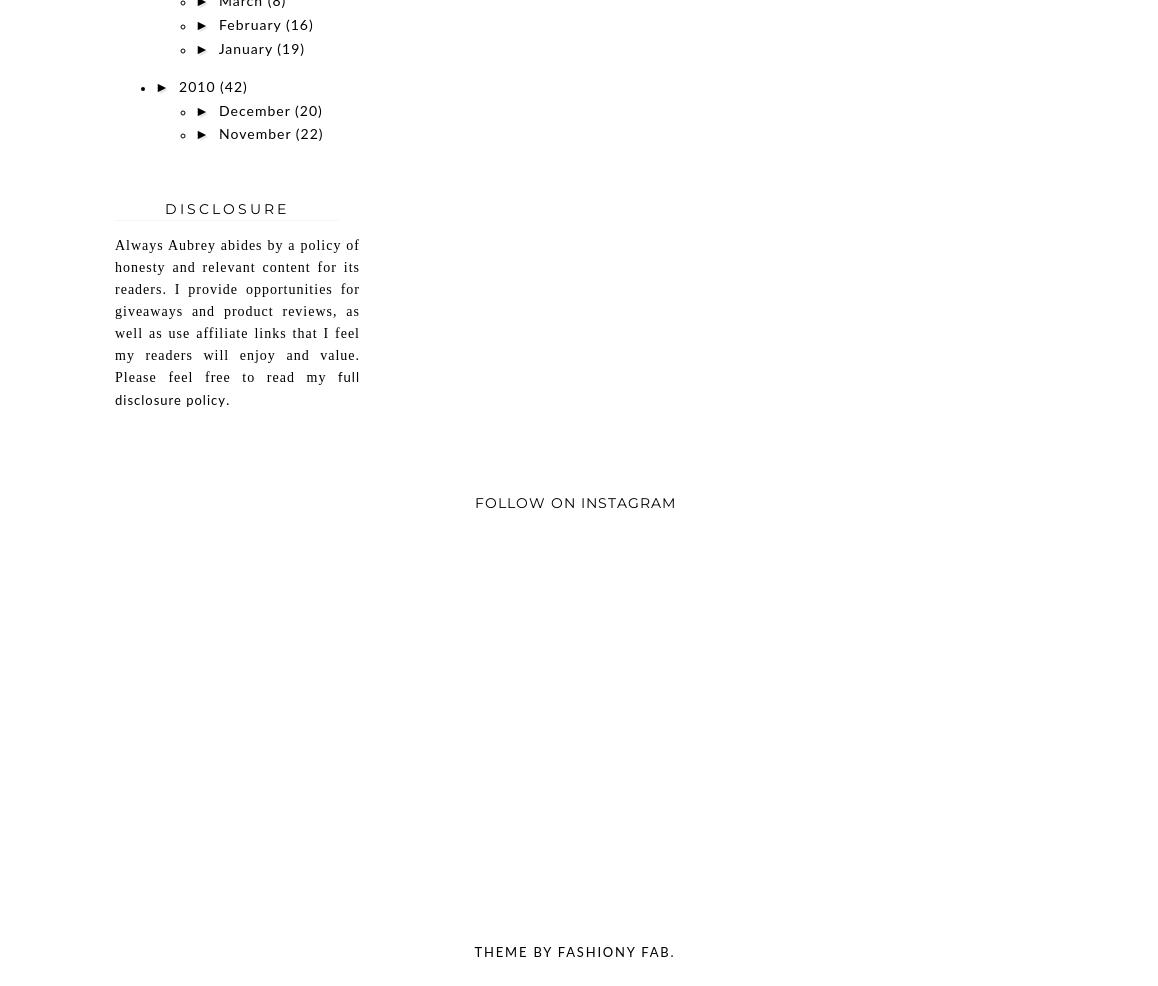 The width and height of the screenshot is (1158, 986). What do you see at coordinates (227, 399) in the screenshot?
I see `'.'` at bounding box center [227, 399].